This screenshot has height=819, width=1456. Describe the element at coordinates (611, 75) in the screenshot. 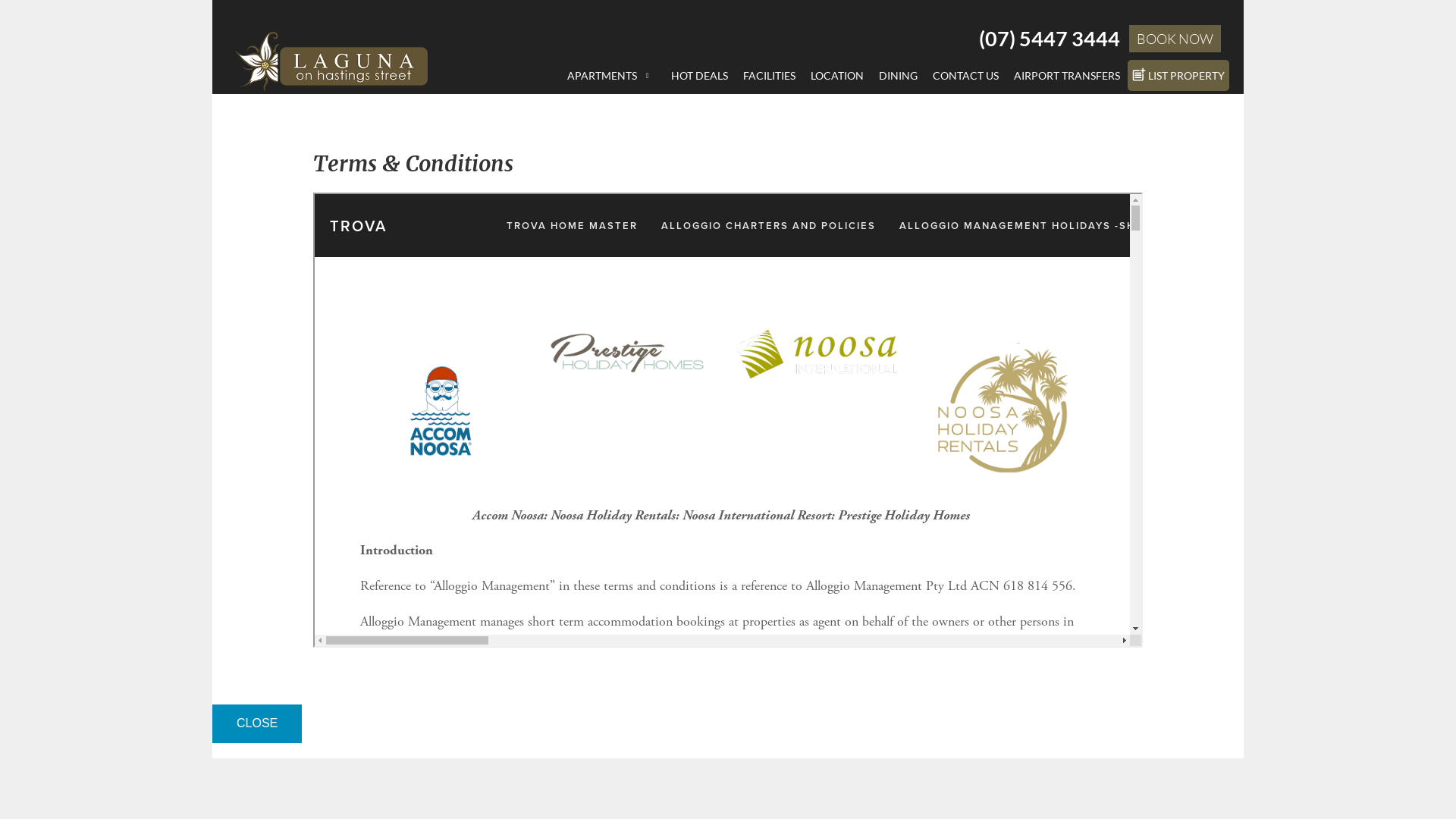

I see `'APARTMENTS'` at that location.